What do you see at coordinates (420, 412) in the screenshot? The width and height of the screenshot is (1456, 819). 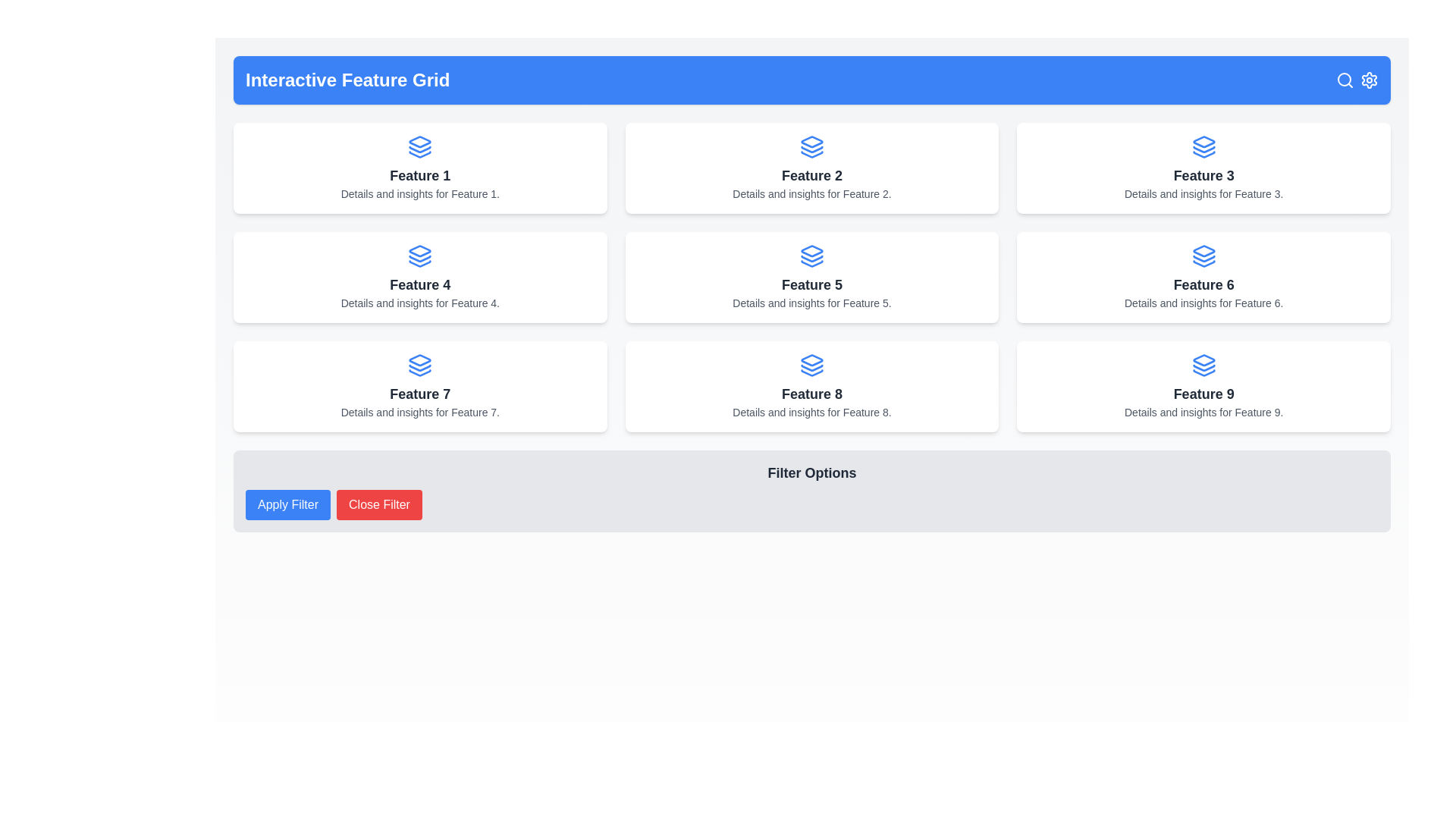 I see `the static text that provides details and insights for Feature 7, located beneath the heading 'Feature 7' in the card layout` at bounding box center [420, 412].